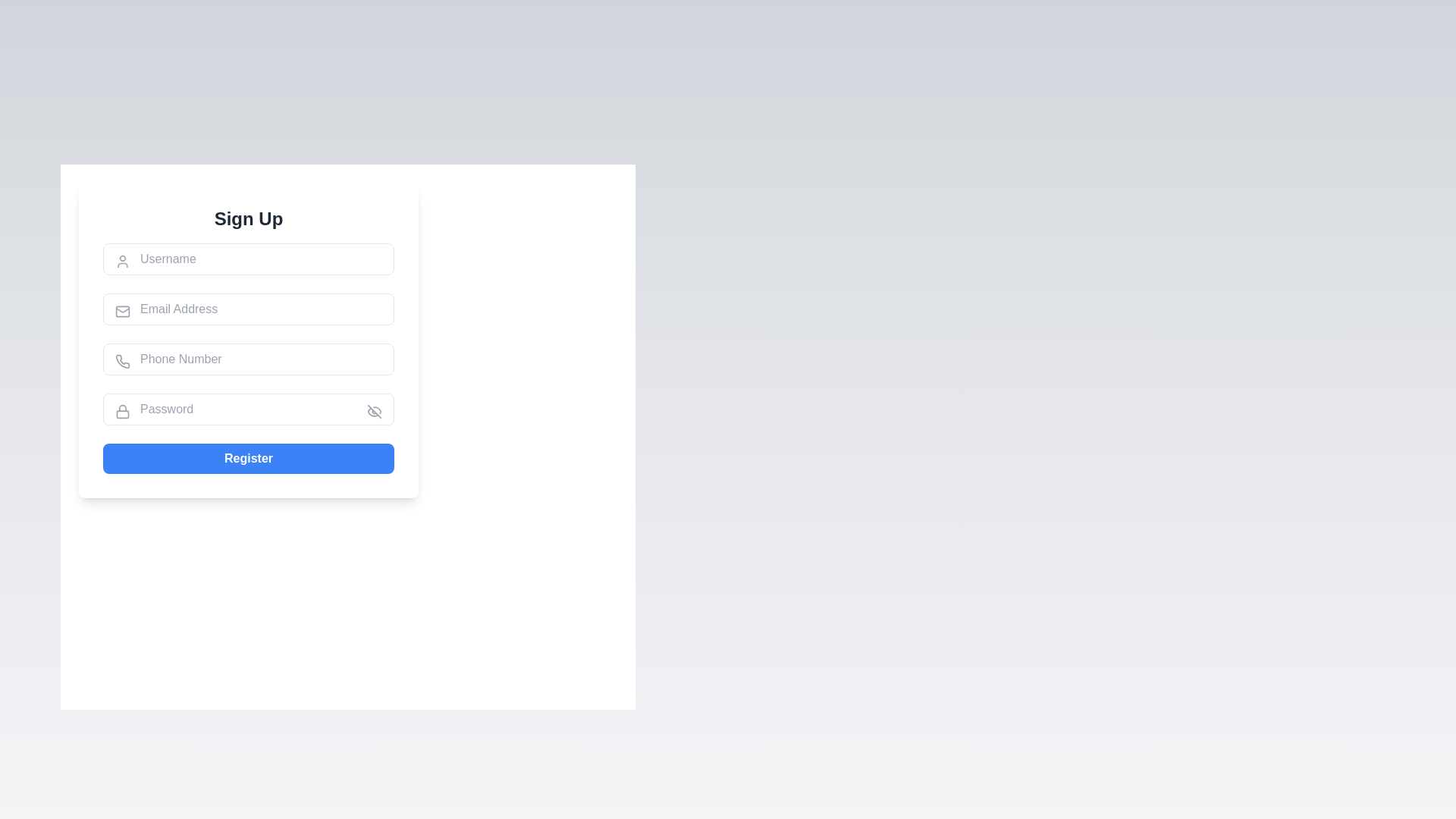  Describe the element at coordinates (123, 260) in the screenshot. I see `details of the 'Username' icon graphic (SVG) located to the far left inside the input field for 'Username' in the Sign-Up form interface` at that location.